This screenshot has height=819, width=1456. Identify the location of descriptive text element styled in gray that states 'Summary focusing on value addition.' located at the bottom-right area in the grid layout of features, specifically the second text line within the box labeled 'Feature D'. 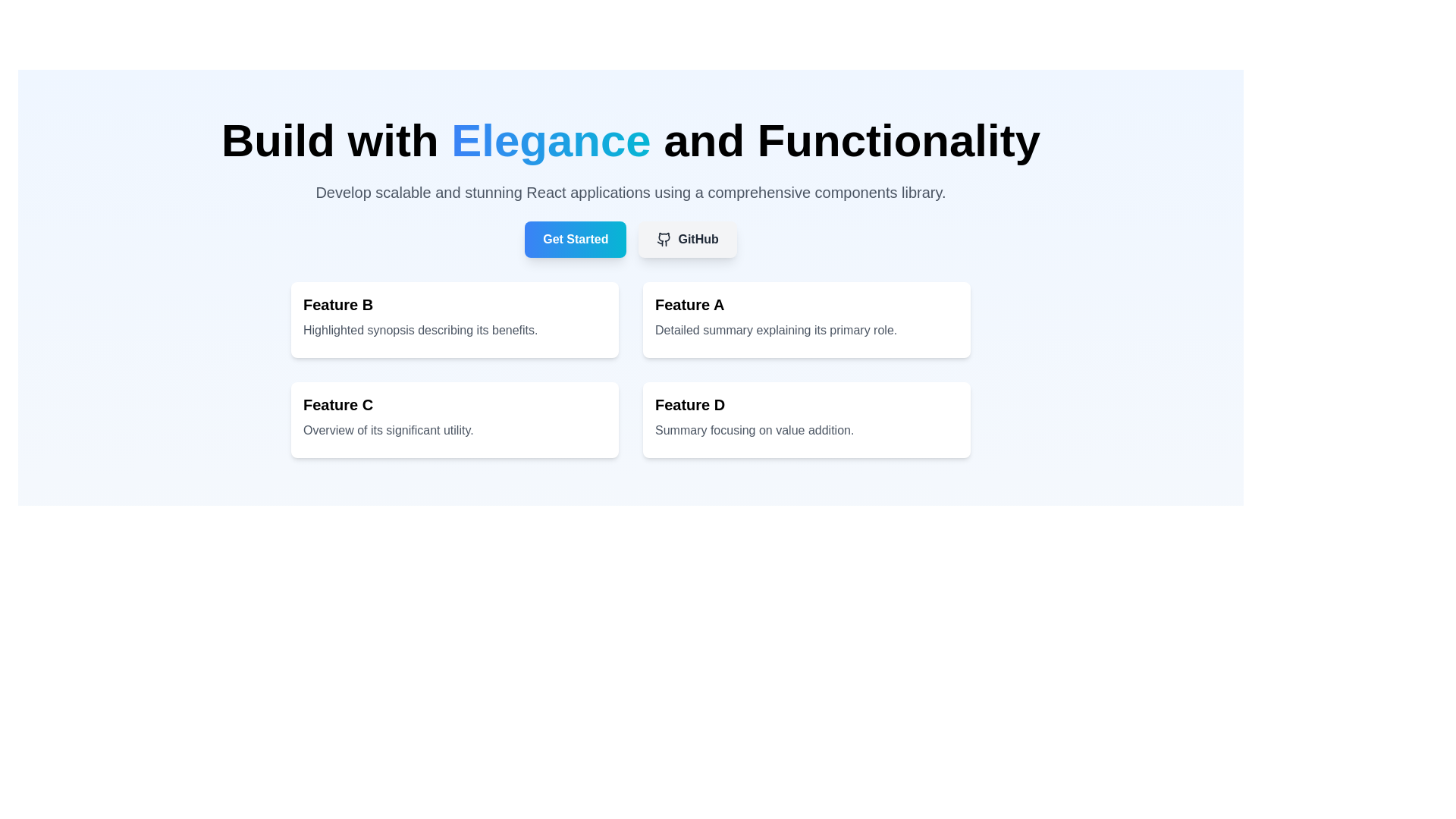
(806, 430).